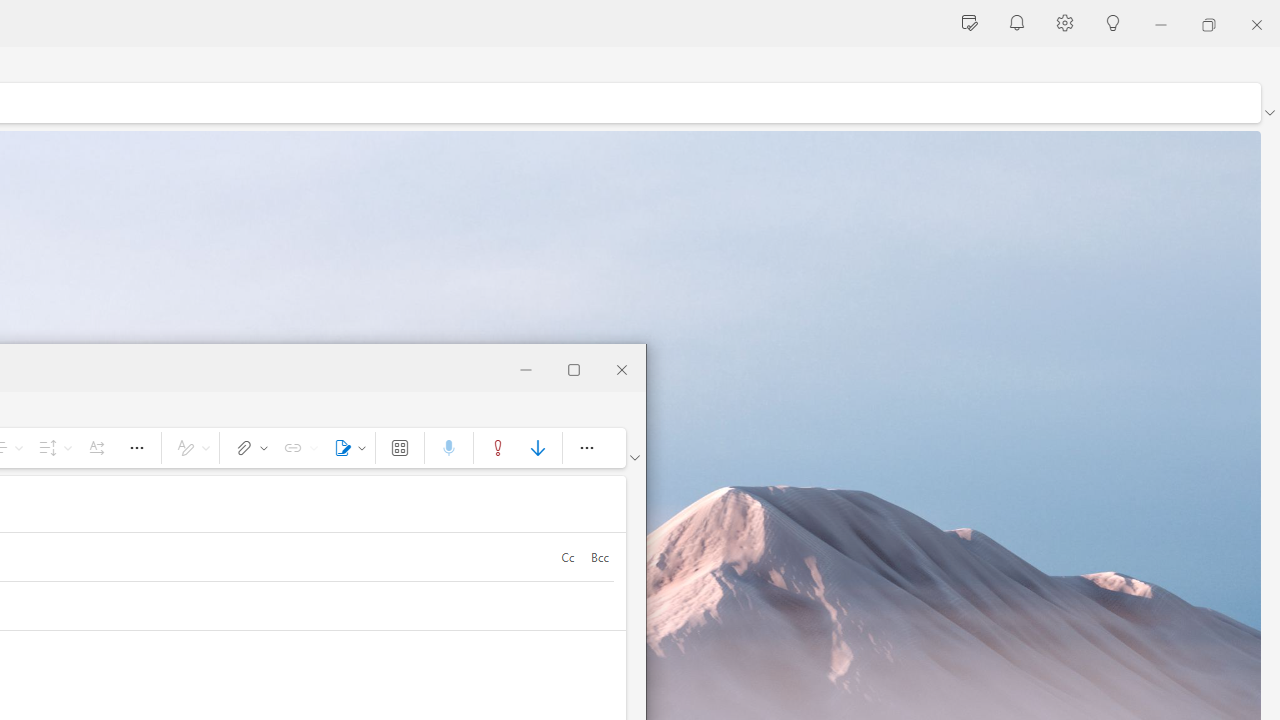  I want to click on 'High importance', so click(497, 446).